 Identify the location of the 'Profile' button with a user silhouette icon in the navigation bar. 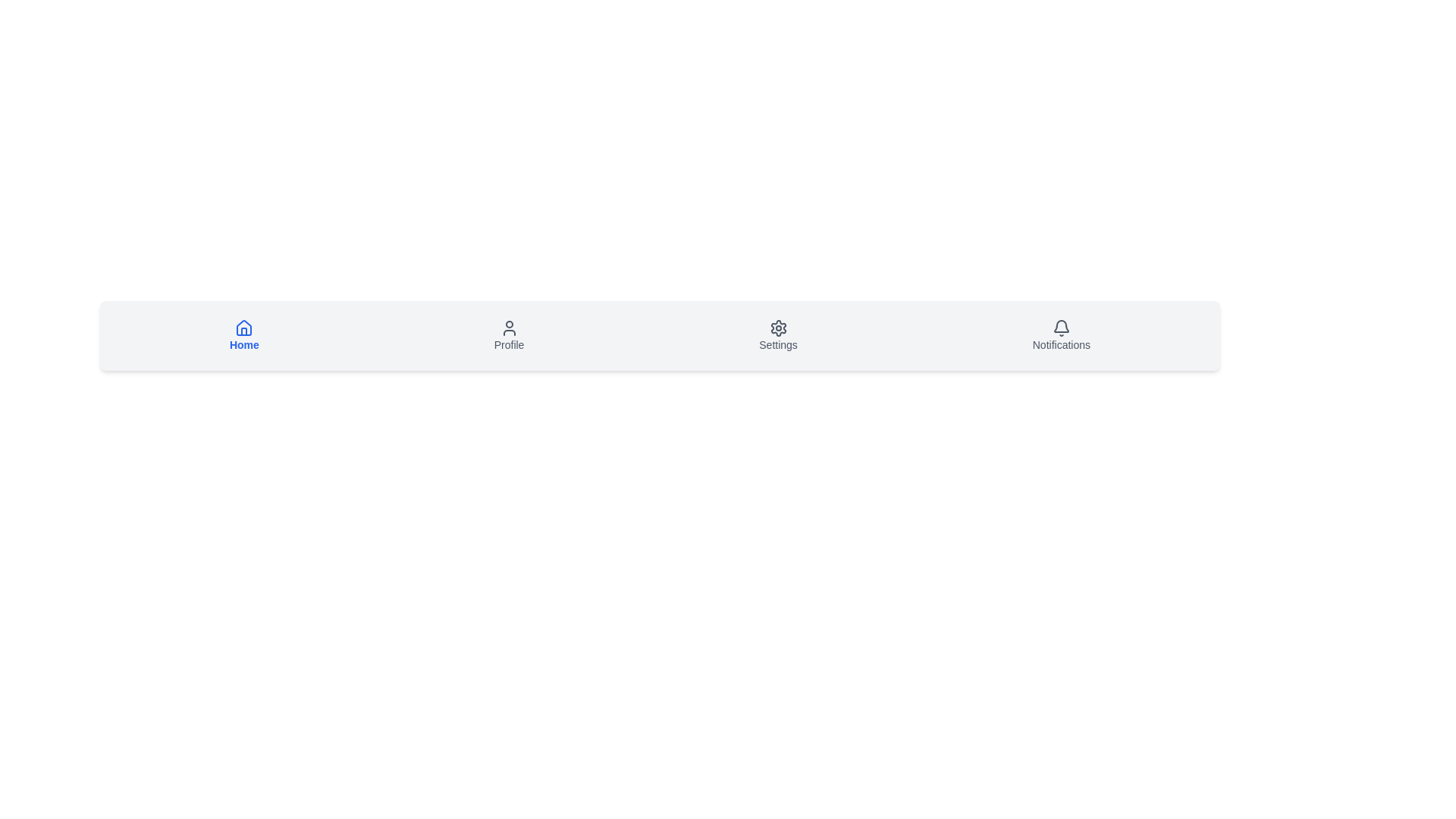
(509, 335).